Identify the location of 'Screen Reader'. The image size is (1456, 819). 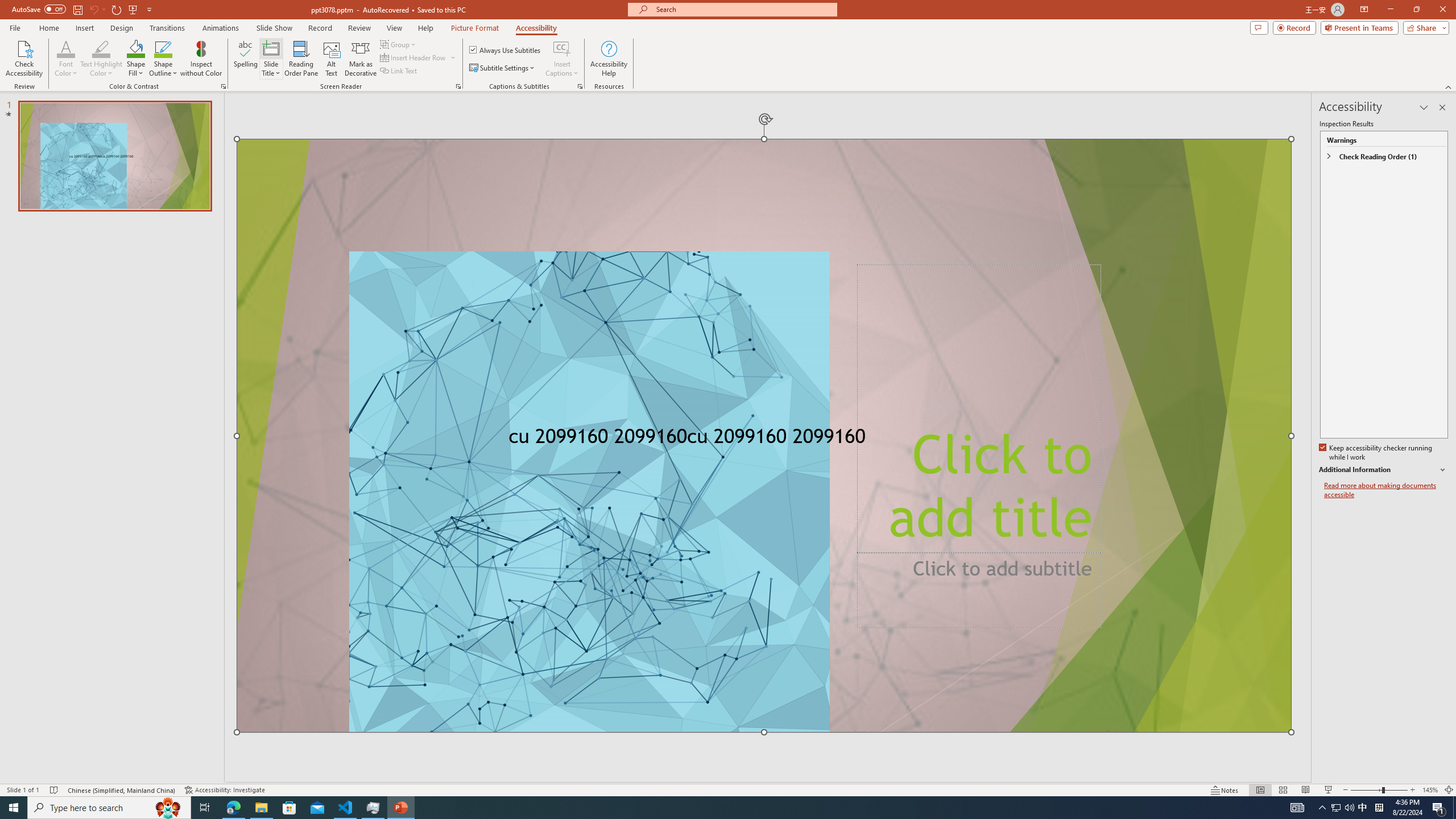
(458, 85).